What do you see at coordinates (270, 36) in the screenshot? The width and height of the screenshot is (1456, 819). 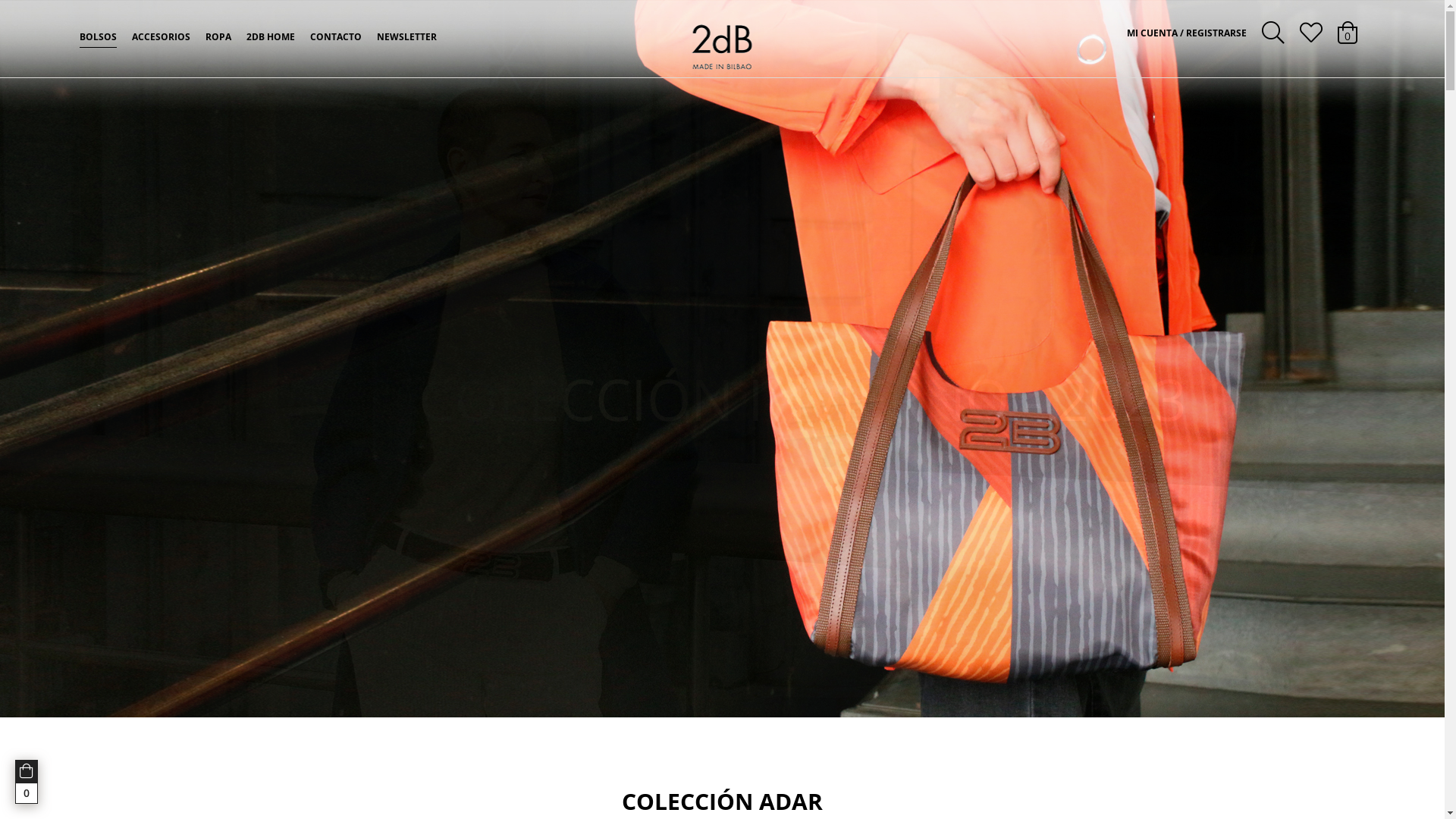 I see `'2DB HOME'` at bounding box center [270, 36].